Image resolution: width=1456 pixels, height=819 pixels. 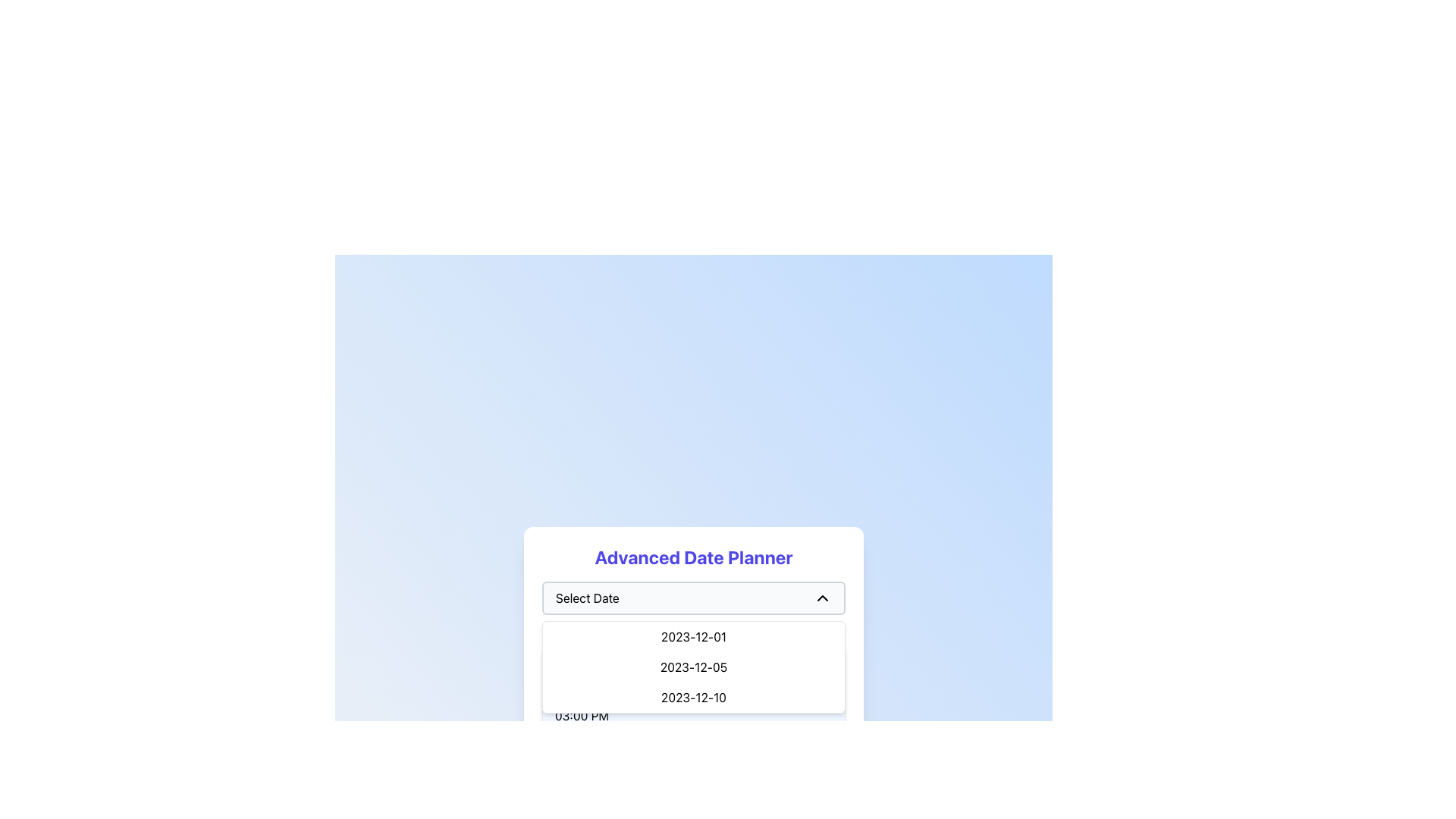 I want to click on the first selectable date option '2023-12-01' in the dropdown menu, so click(x=693, y=637).